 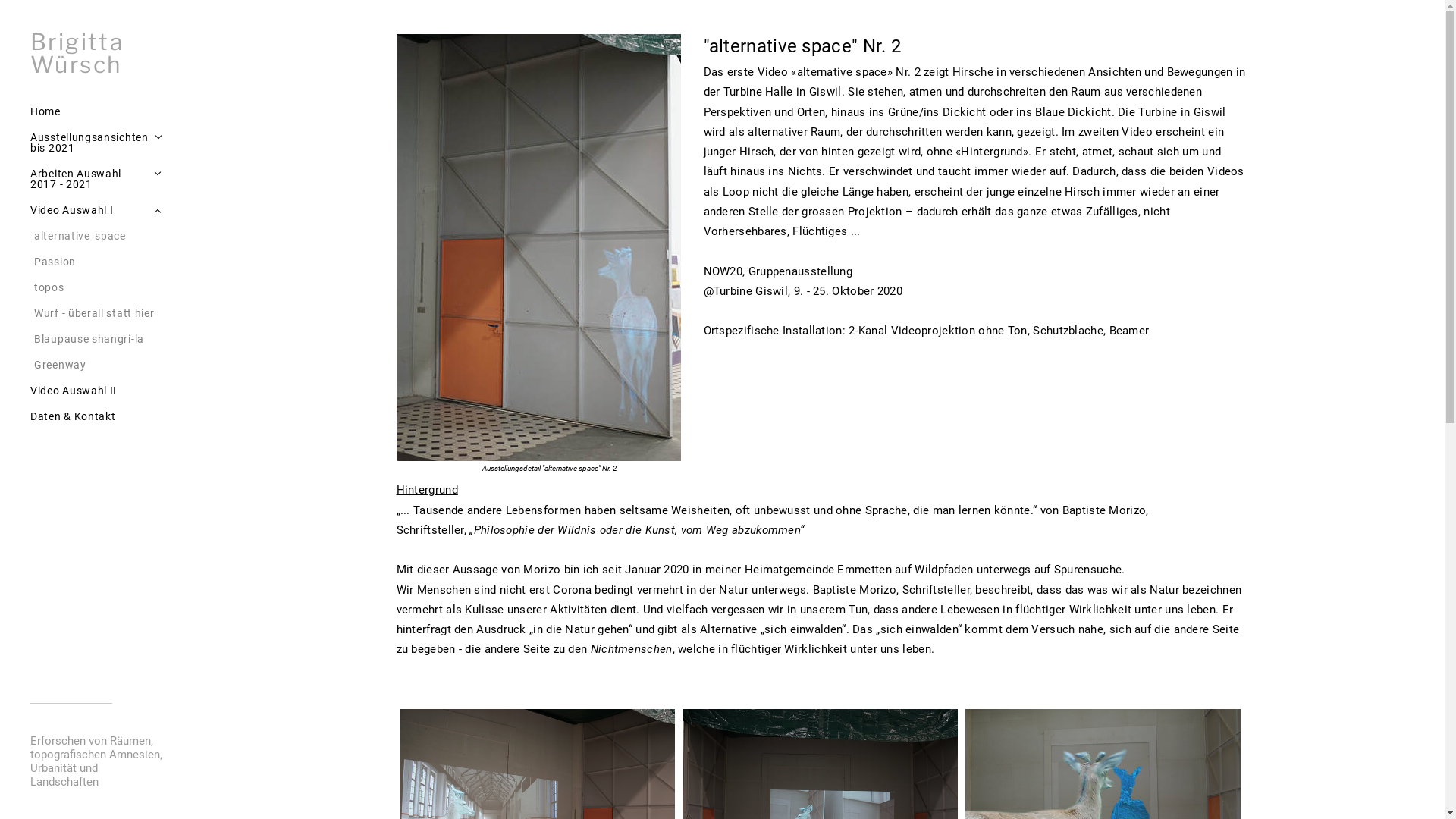 I want to click on 'topos', so click(x=99, y=287).